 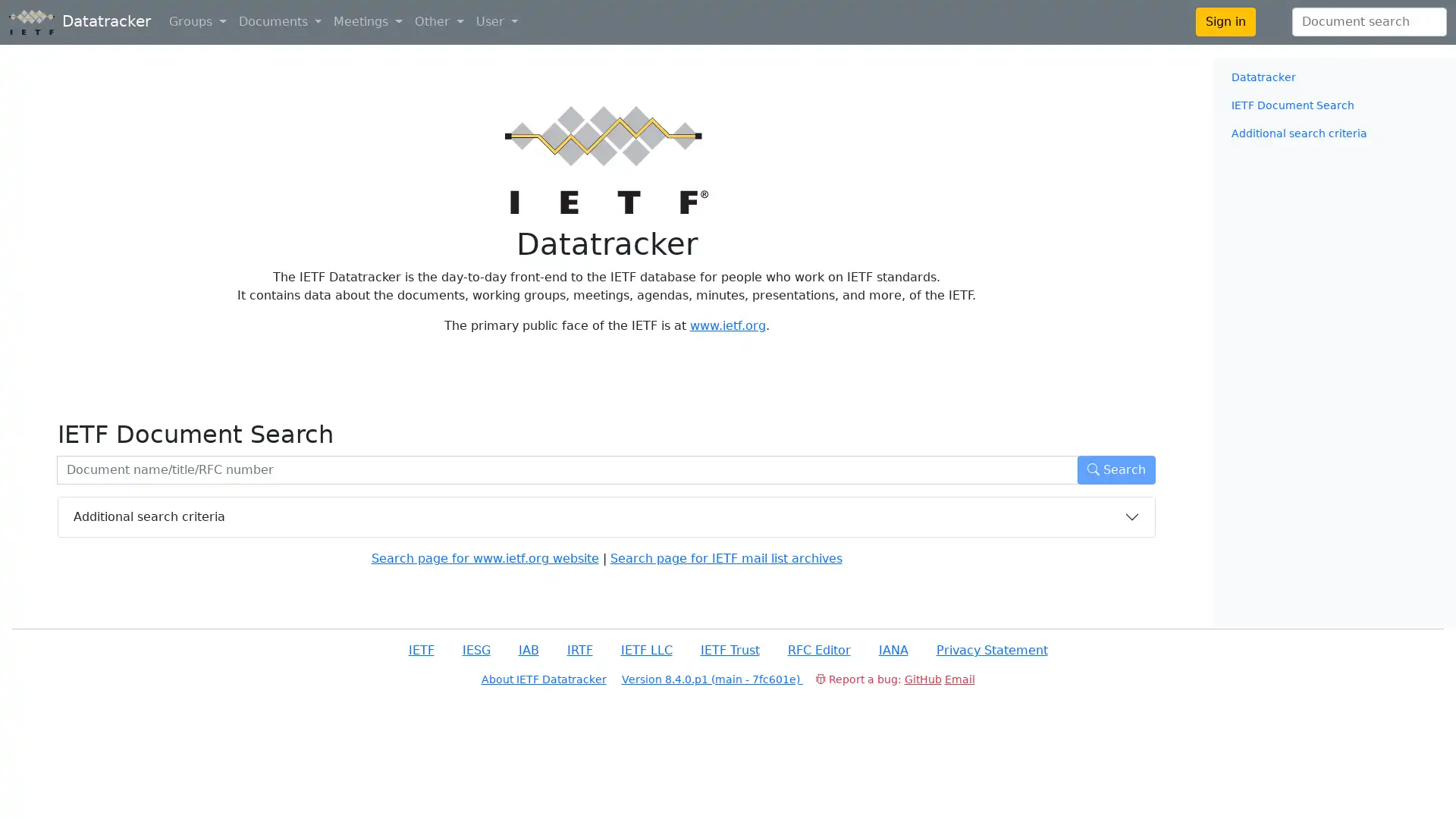 I want to click on Search, so click(x=1116, y=468).